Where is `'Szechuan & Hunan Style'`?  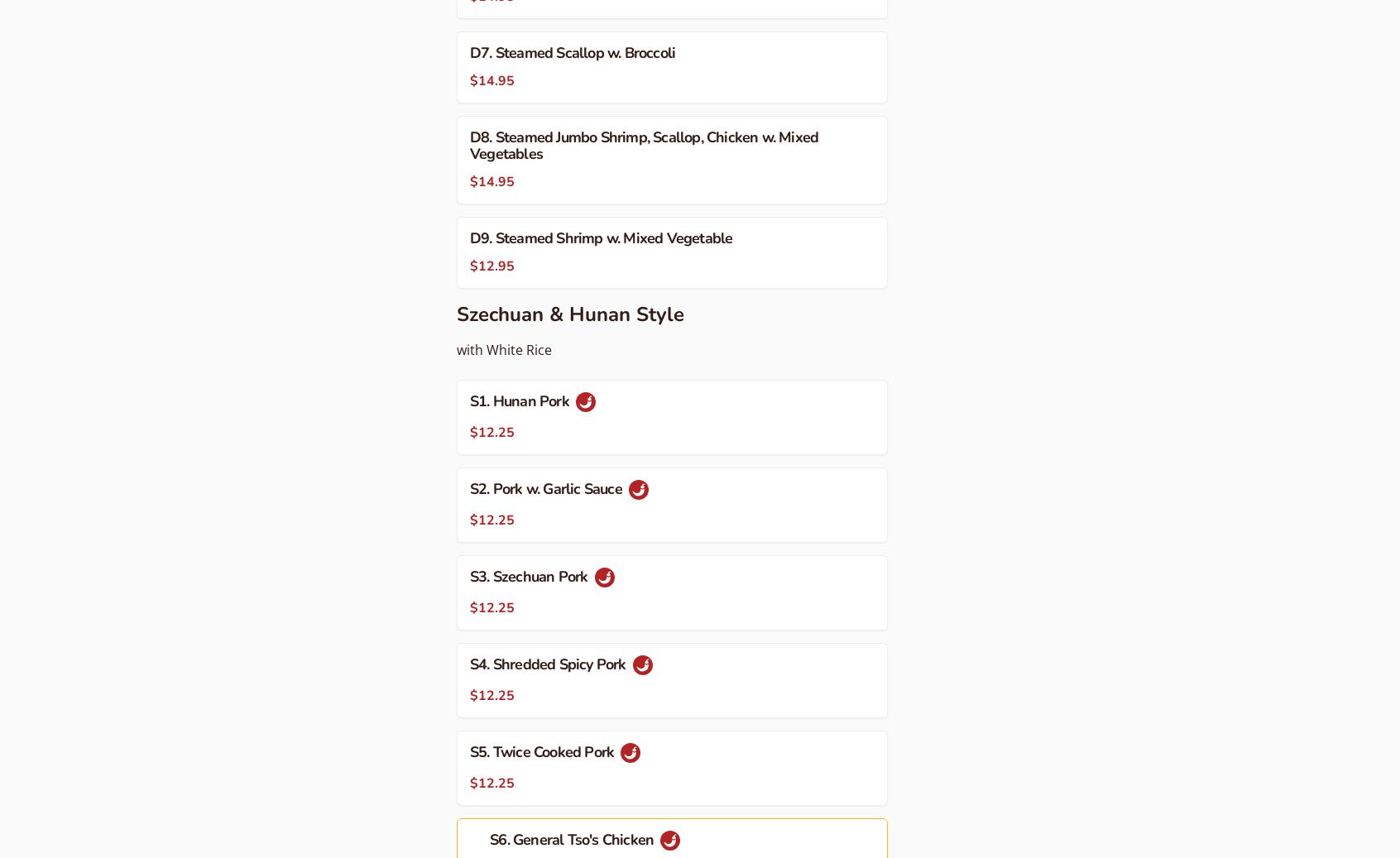
'Szechuan & Hunan Style' is located at coordinates (570, 313).